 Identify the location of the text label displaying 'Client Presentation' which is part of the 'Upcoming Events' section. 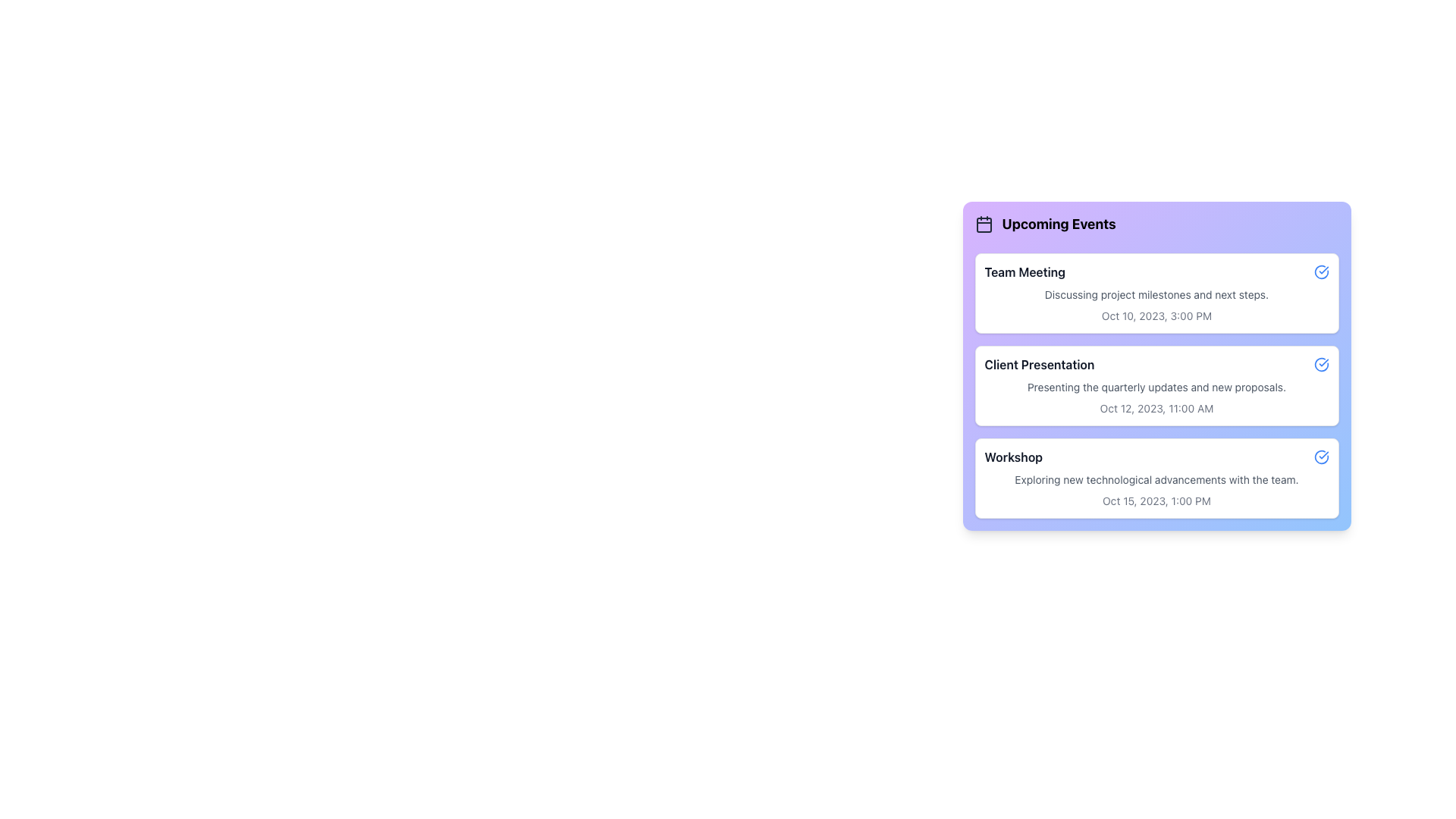
(1039, 365).